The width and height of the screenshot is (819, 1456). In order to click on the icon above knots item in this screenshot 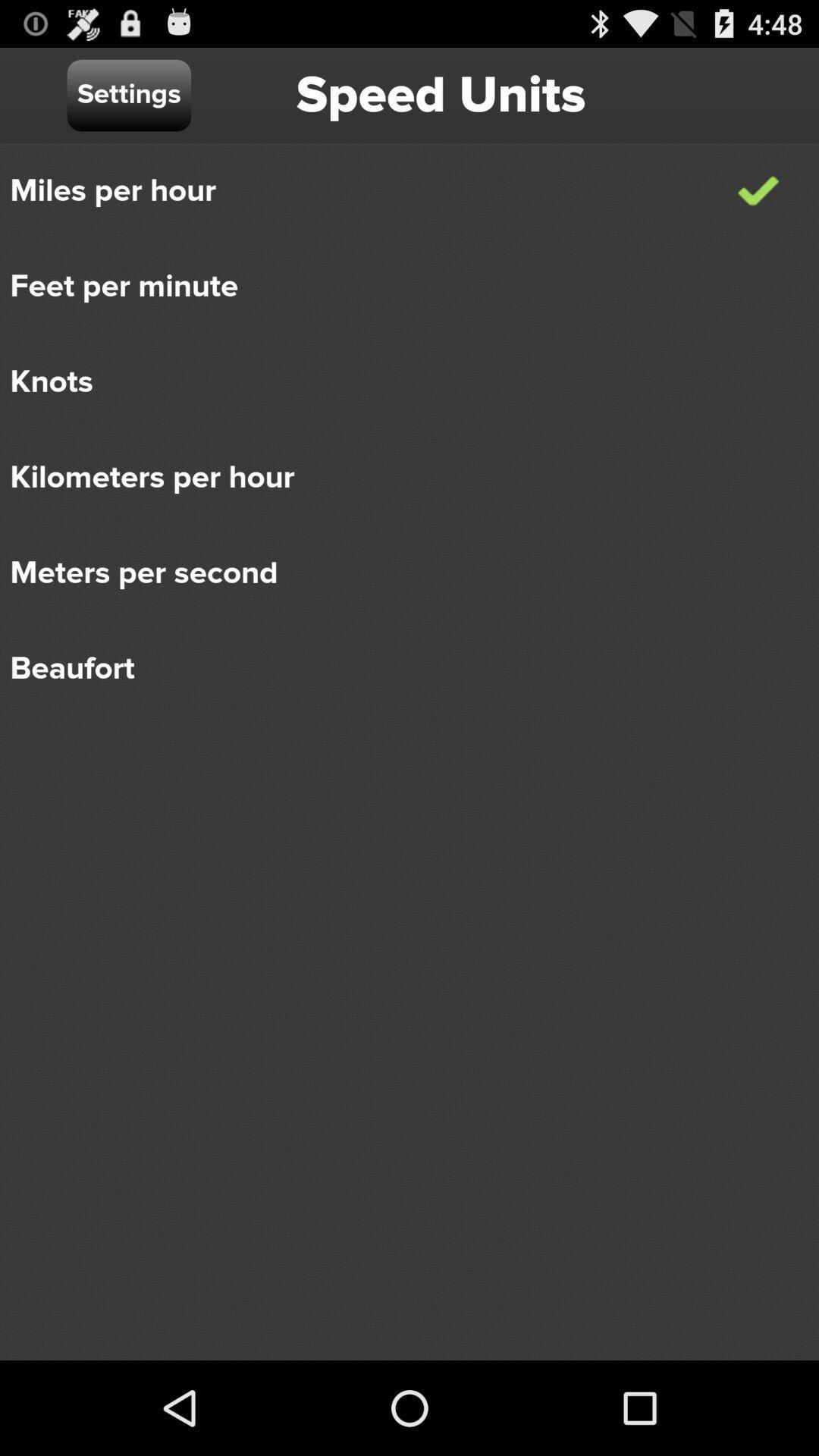, I will do `click(398, 287)`.